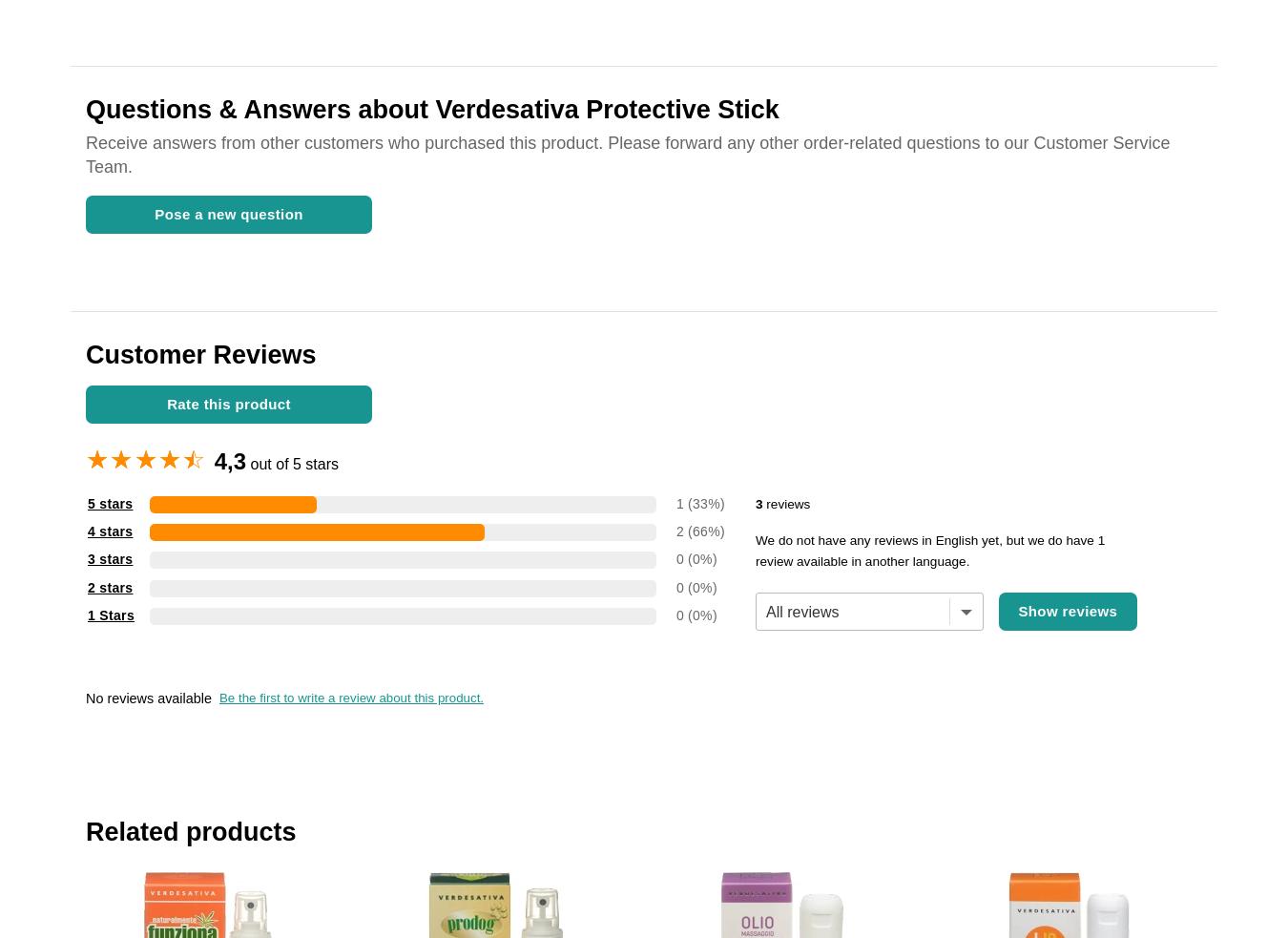 The image size is (1288, 938). I want to click on '(33%)', so click(705, 503).